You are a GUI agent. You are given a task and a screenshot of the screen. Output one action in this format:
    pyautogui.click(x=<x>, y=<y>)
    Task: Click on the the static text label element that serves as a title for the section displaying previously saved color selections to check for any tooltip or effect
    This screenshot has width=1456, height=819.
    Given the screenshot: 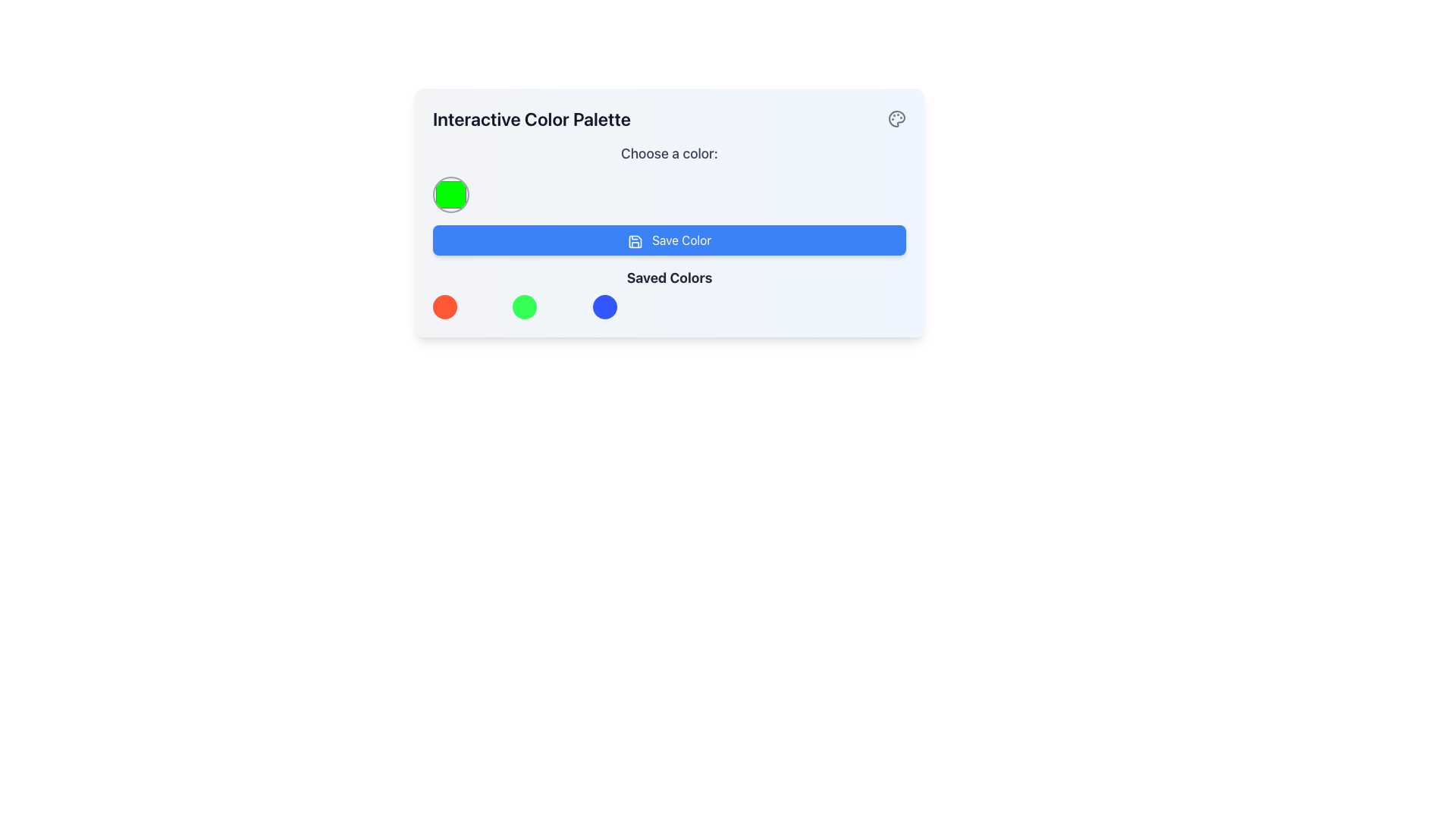 What is the action you would take?
    pyautogui.click(x=669, y=278)
    